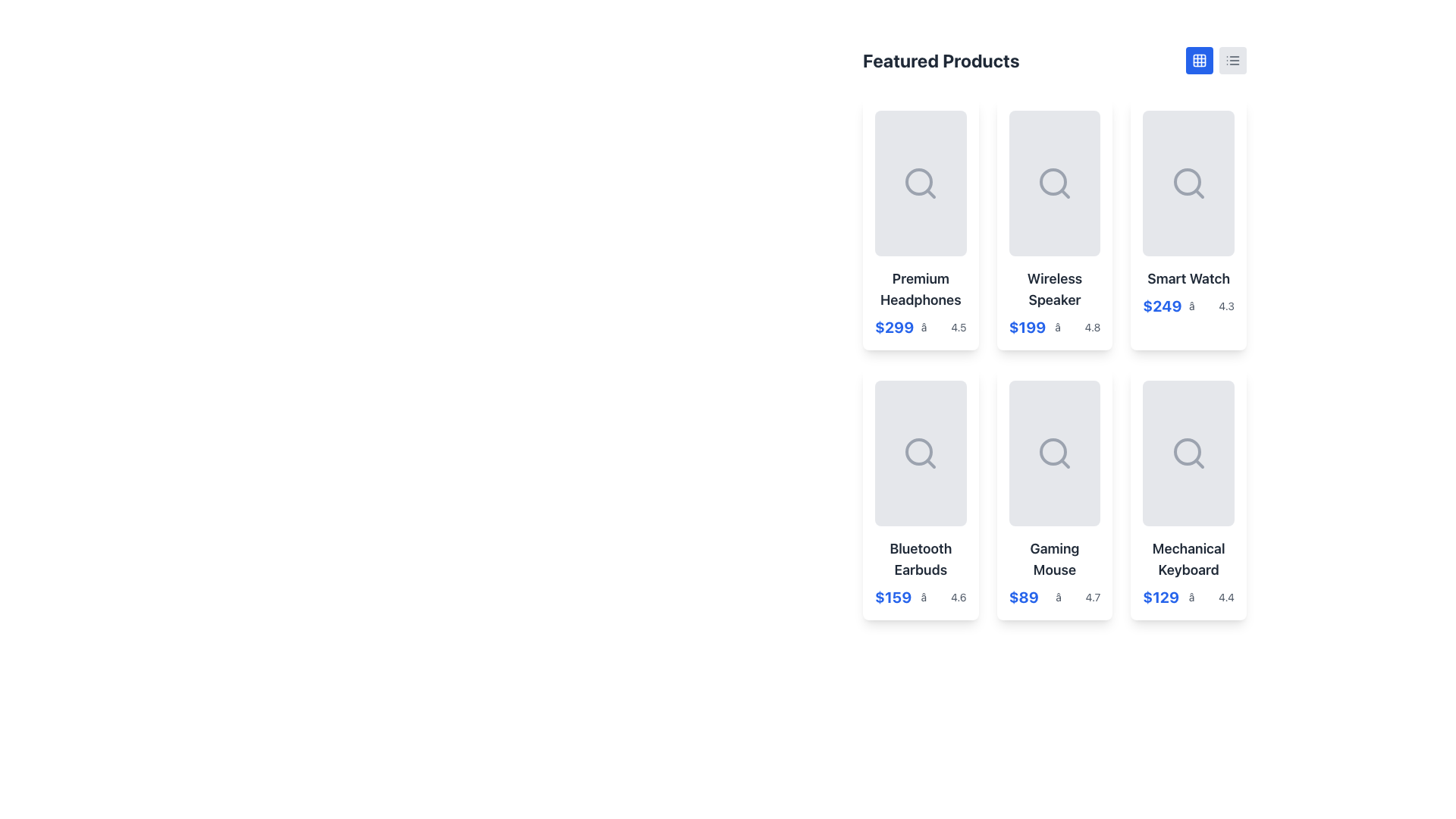 This screenshot has width=1456, height=819. I want to click on the magnifying glass icon representing search functionality, located in the card labeled 'Wireless Speaker', which is in the second column of the first row of a grid layout, so click(1054, 183).